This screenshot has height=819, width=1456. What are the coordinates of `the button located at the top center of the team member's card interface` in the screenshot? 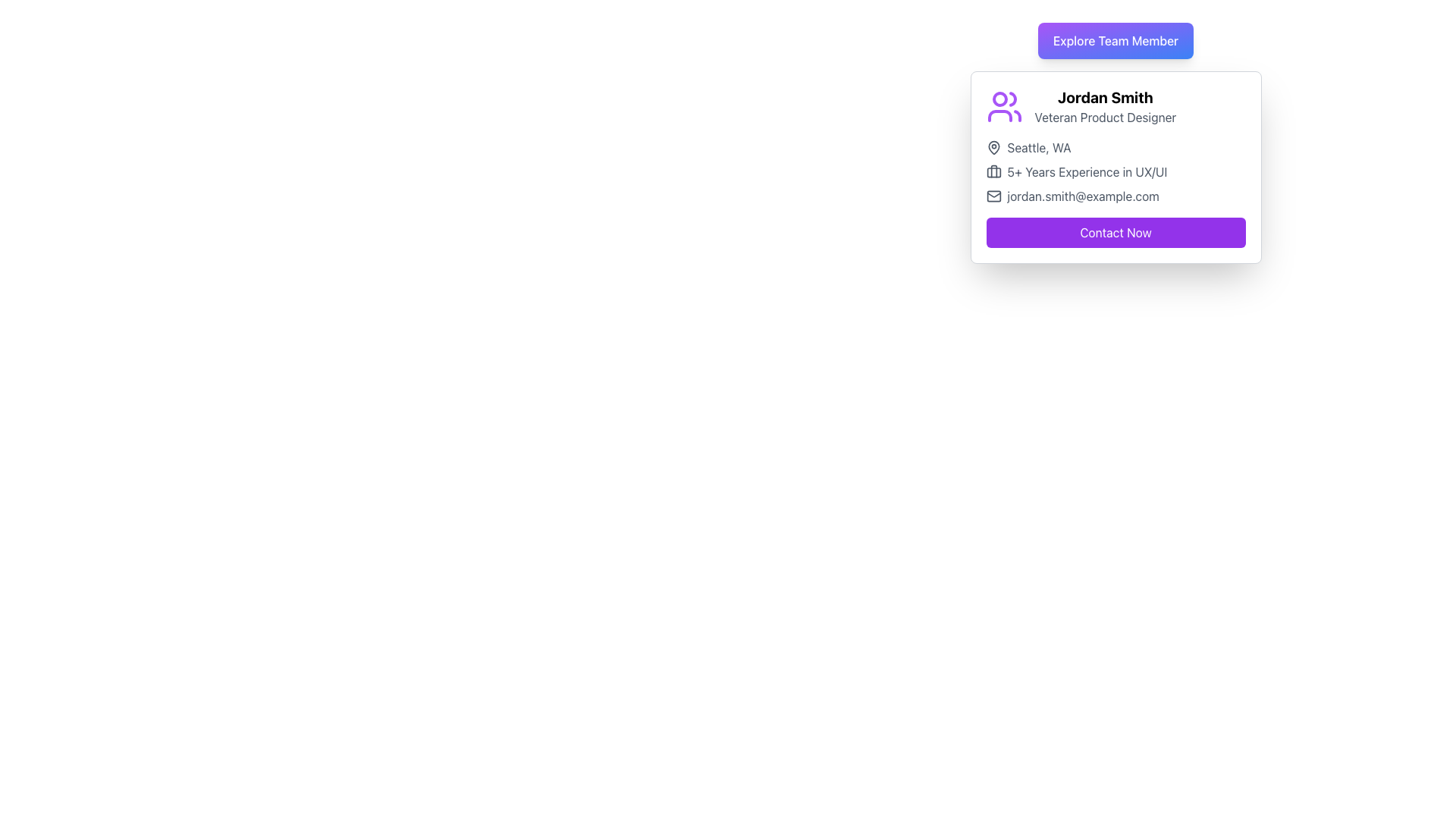 It's located at (1116, 40).